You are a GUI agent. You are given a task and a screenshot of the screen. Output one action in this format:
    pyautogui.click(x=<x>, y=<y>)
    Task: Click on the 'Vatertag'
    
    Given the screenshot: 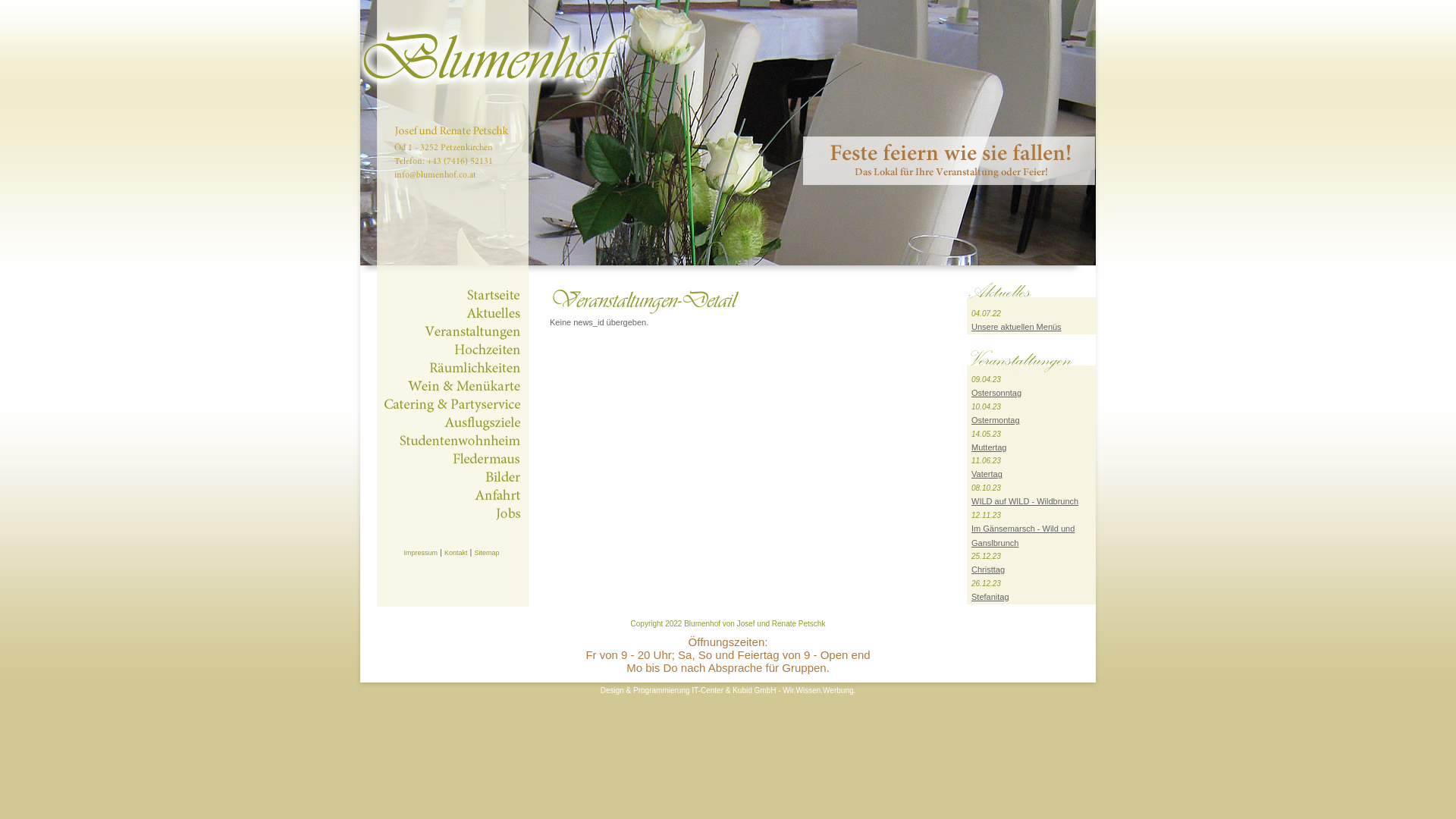 What is the action you would take?
    pyautogui.click(x=987, y=472)
    